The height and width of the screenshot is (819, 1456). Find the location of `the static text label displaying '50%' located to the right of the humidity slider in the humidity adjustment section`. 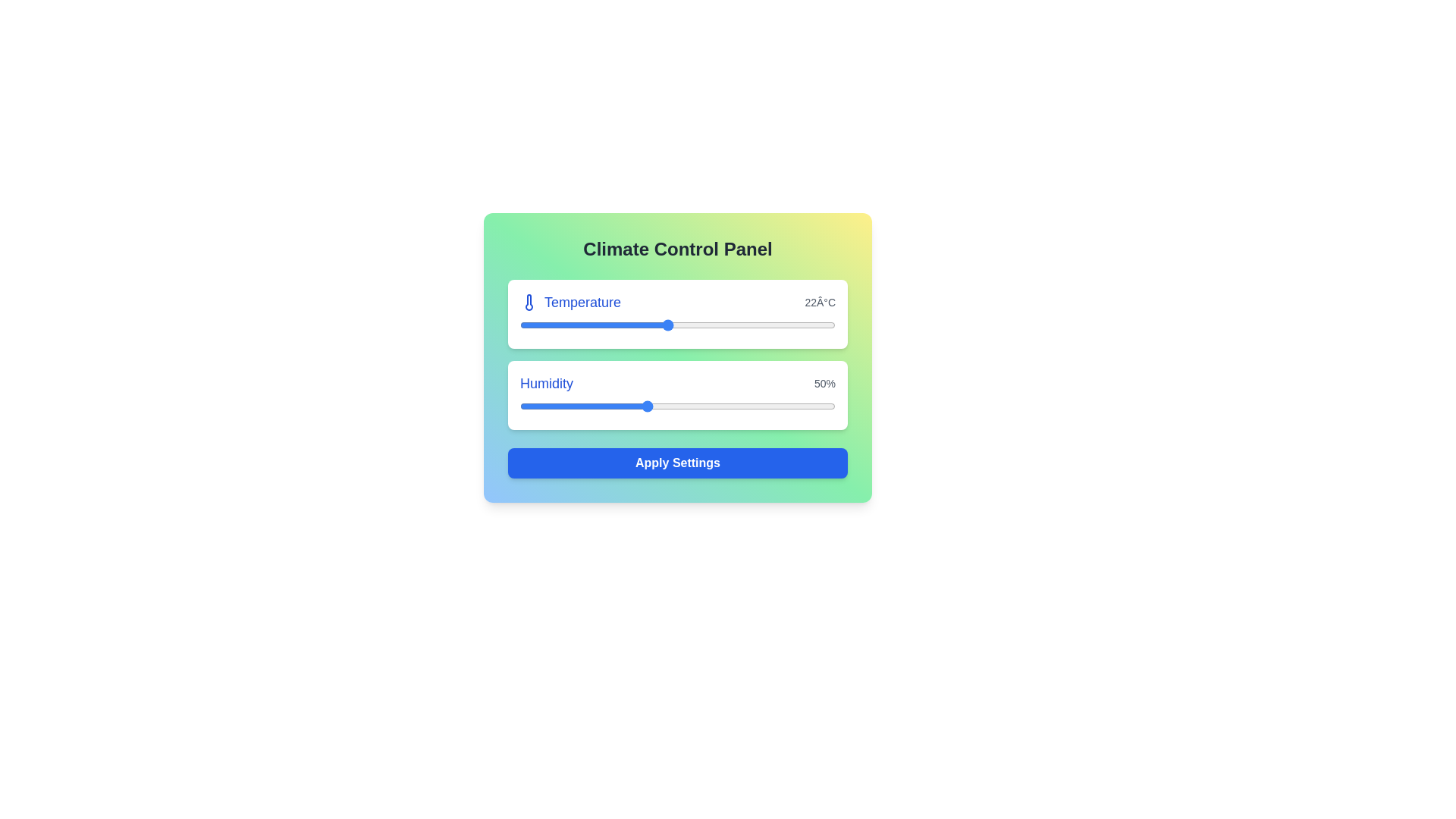

the static text label displaying '50%' located to the right of the humidity slider in the humidity adjustment section is located at coordinates (824, 382).